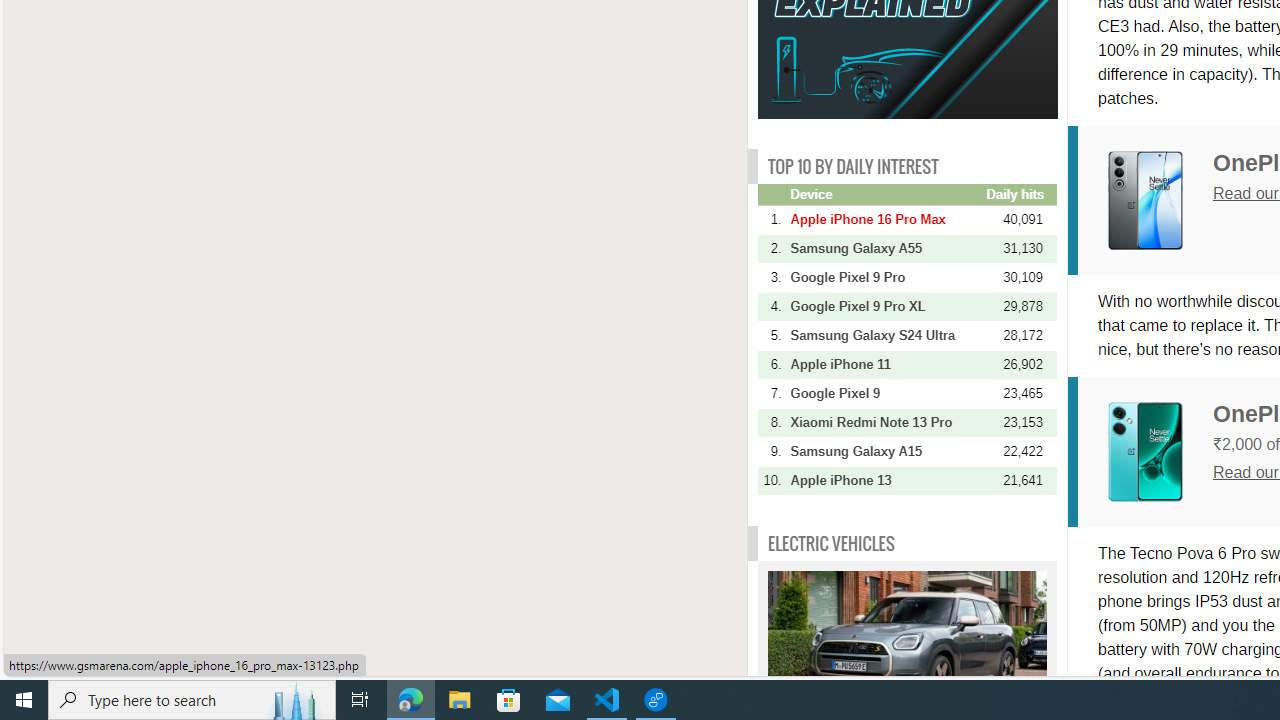 This screenshot has height=720, width=1280. What do you see at coordinates (885, 277) in the screenshot?
I see `'Google Pixel 9 Pro'` at bounding box center [885, 277].